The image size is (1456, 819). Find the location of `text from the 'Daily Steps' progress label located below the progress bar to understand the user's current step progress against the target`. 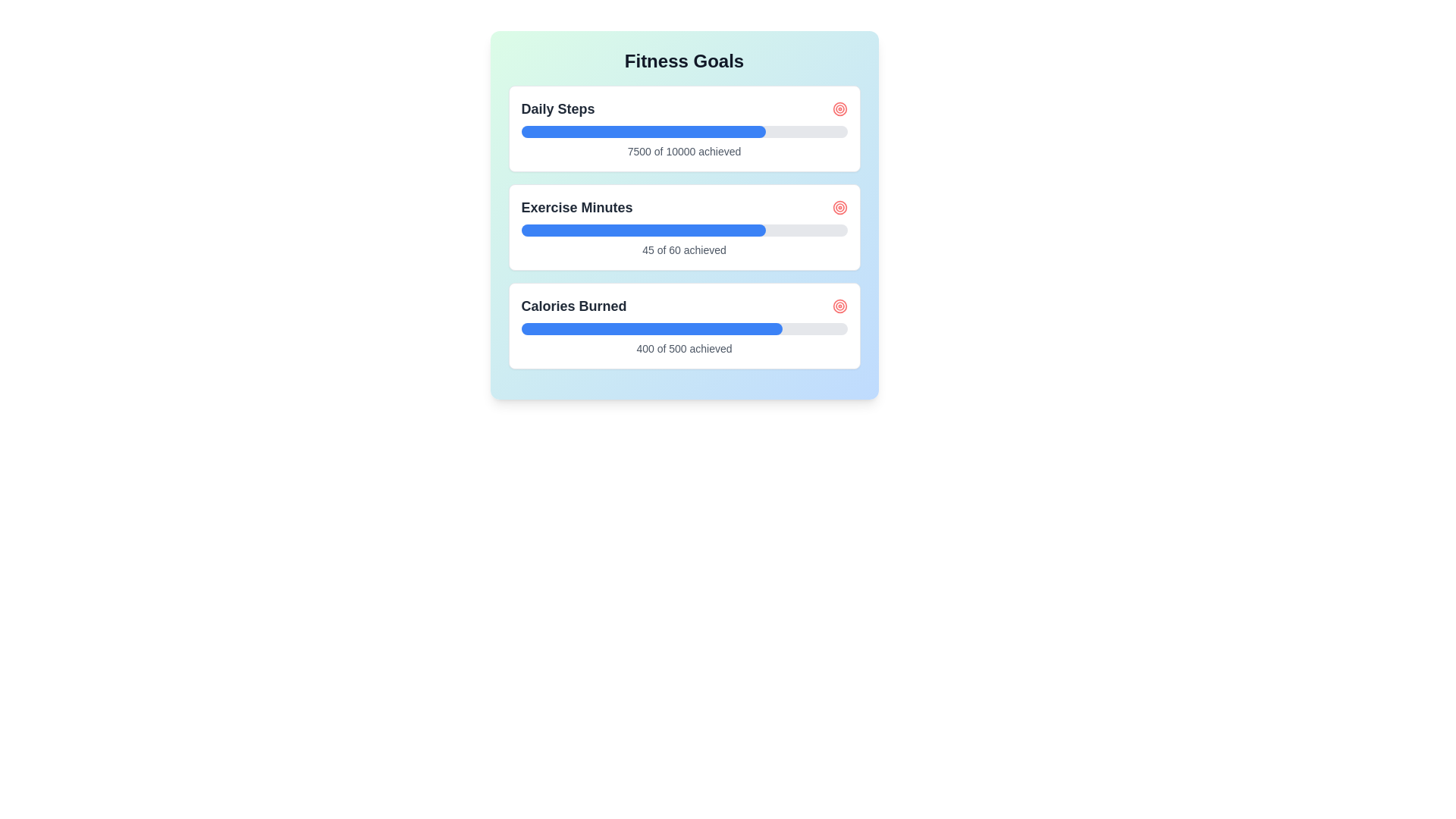

text from the 'Daily Steps' progress label located below the progress bar to understand the user's current step progress against the target is located at coordinates (683, 152).